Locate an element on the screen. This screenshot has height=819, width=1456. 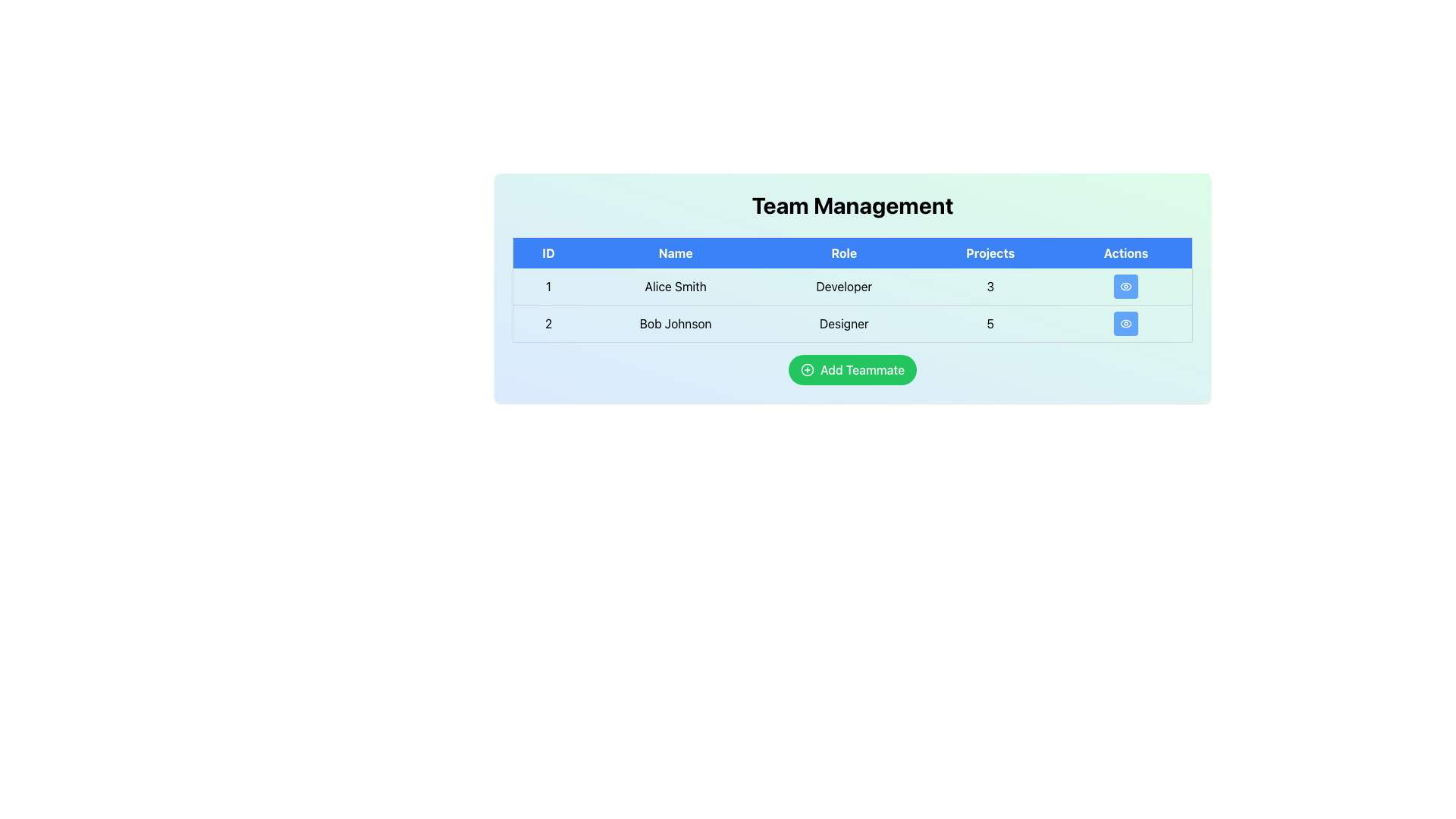
the Icon Button in the 'Actions' column of the first row is located at coordinates (1126, 287).